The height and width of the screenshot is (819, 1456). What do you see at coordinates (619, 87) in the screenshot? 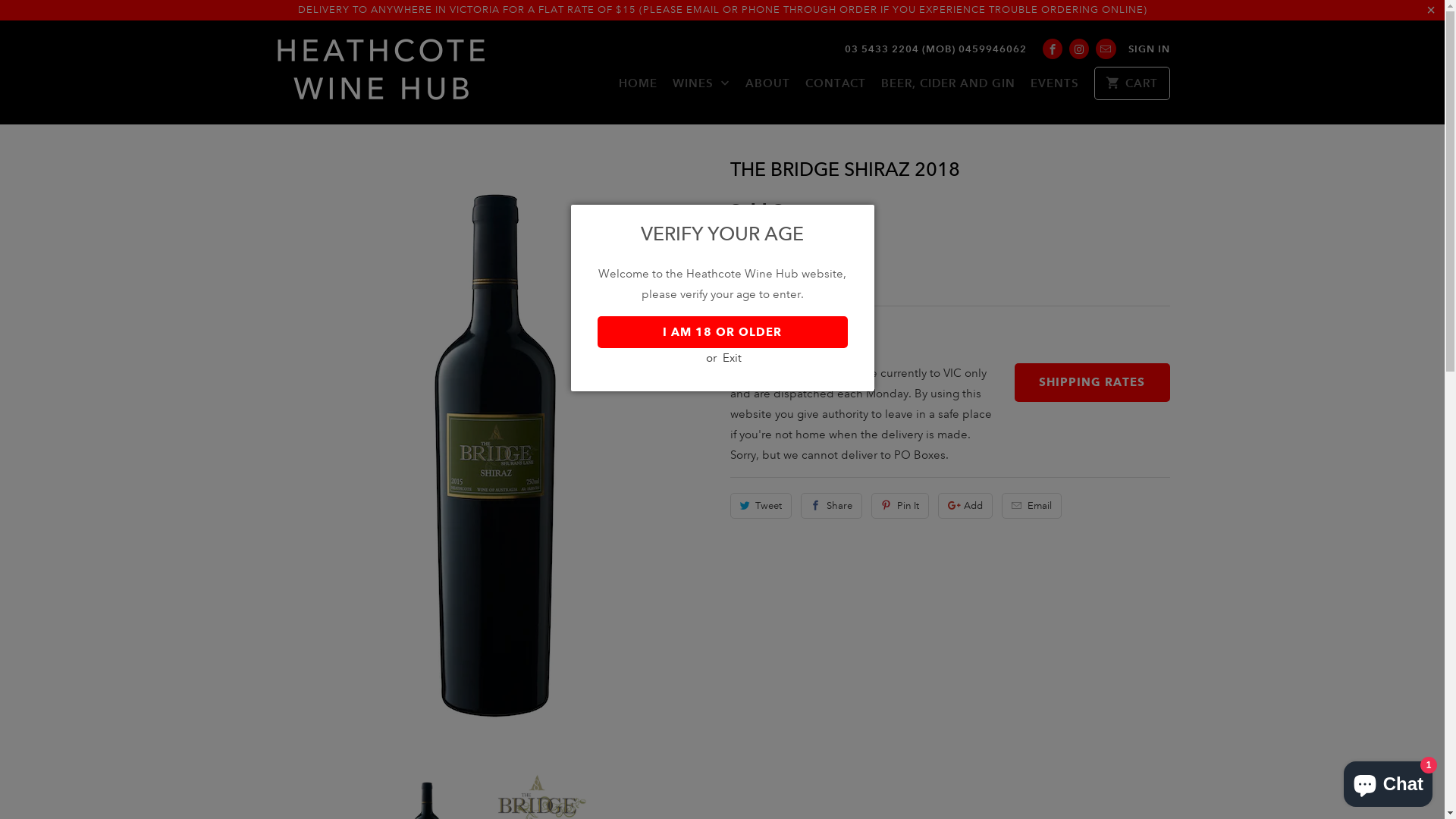
I see `'HOME'` at bounding box center [619, 87].